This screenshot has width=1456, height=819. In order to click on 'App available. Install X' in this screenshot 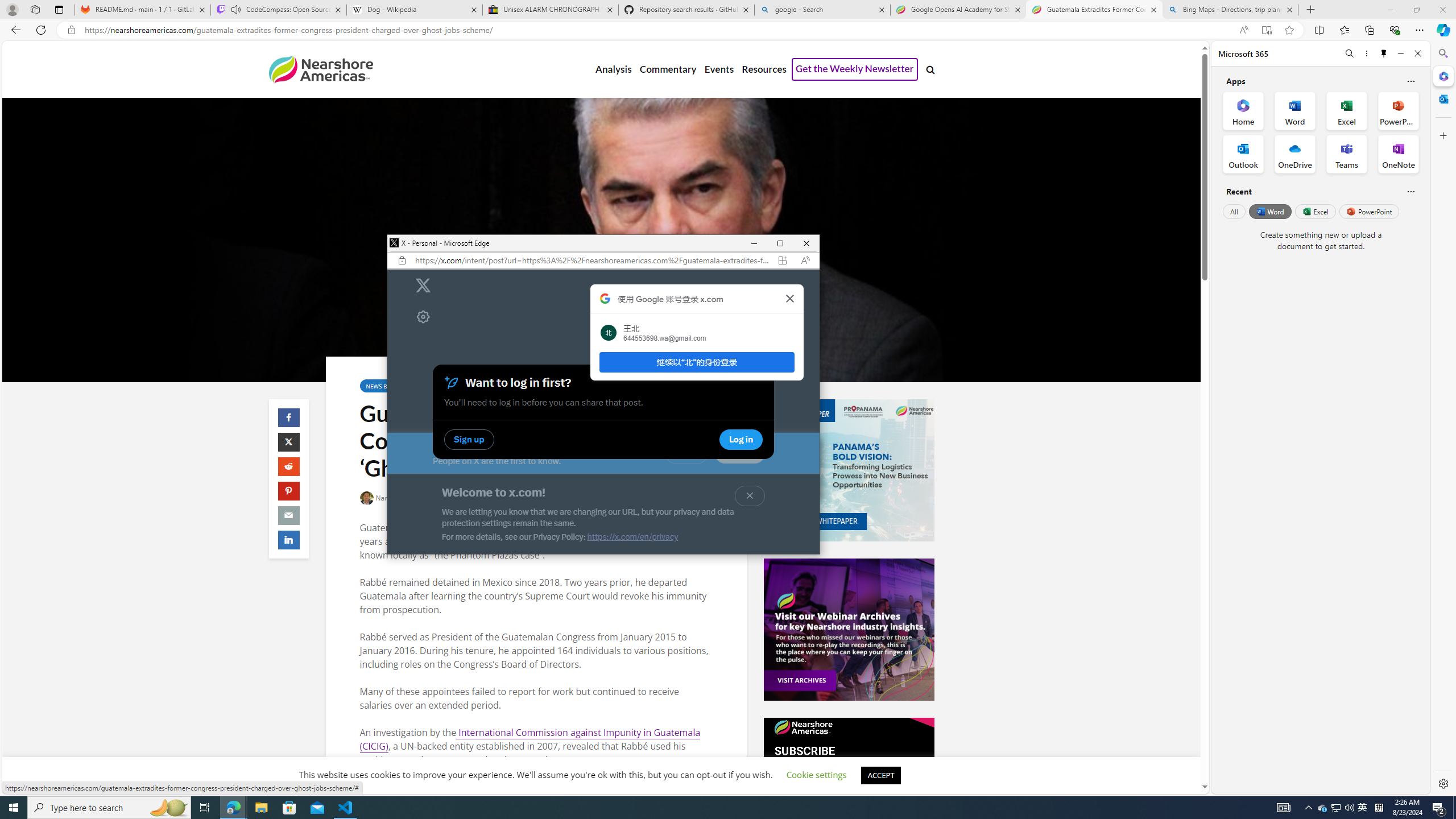, I will do `click(782, 259)`.